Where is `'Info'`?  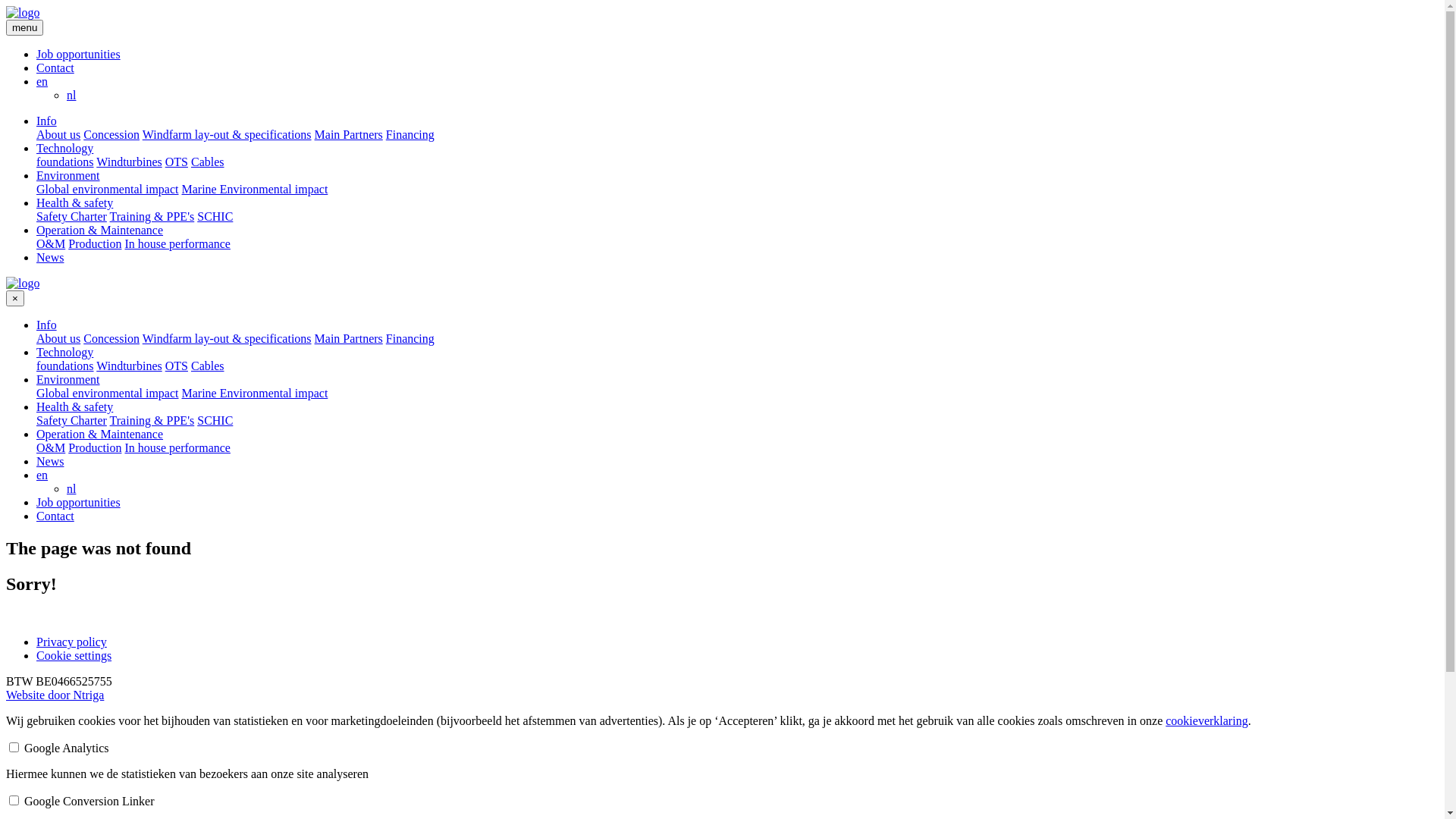 'Info' is located at coordinates (46, 120).